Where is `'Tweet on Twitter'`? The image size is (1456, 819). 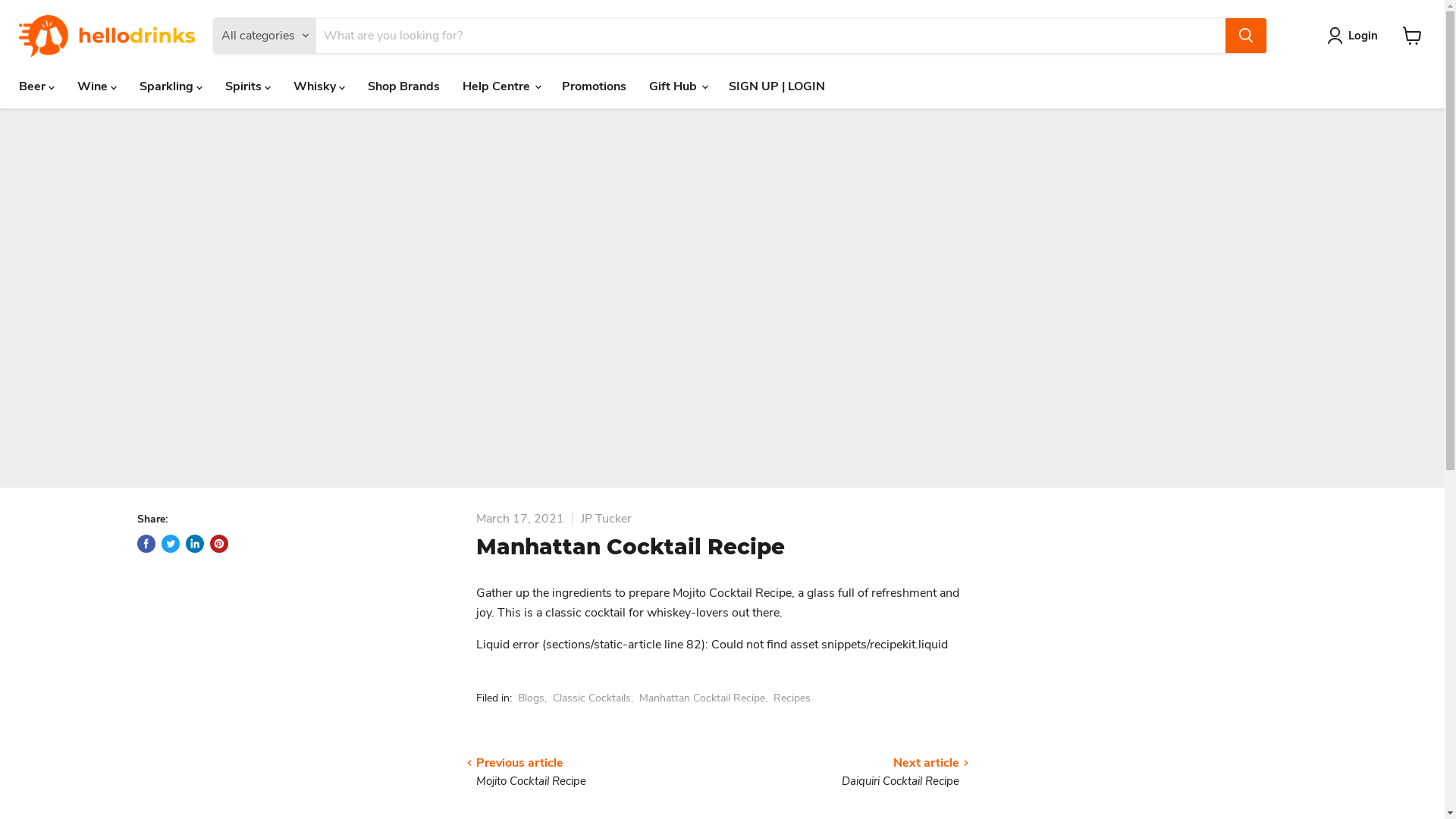
'Tweet on Twitter' is located at coordinates (170, 543).